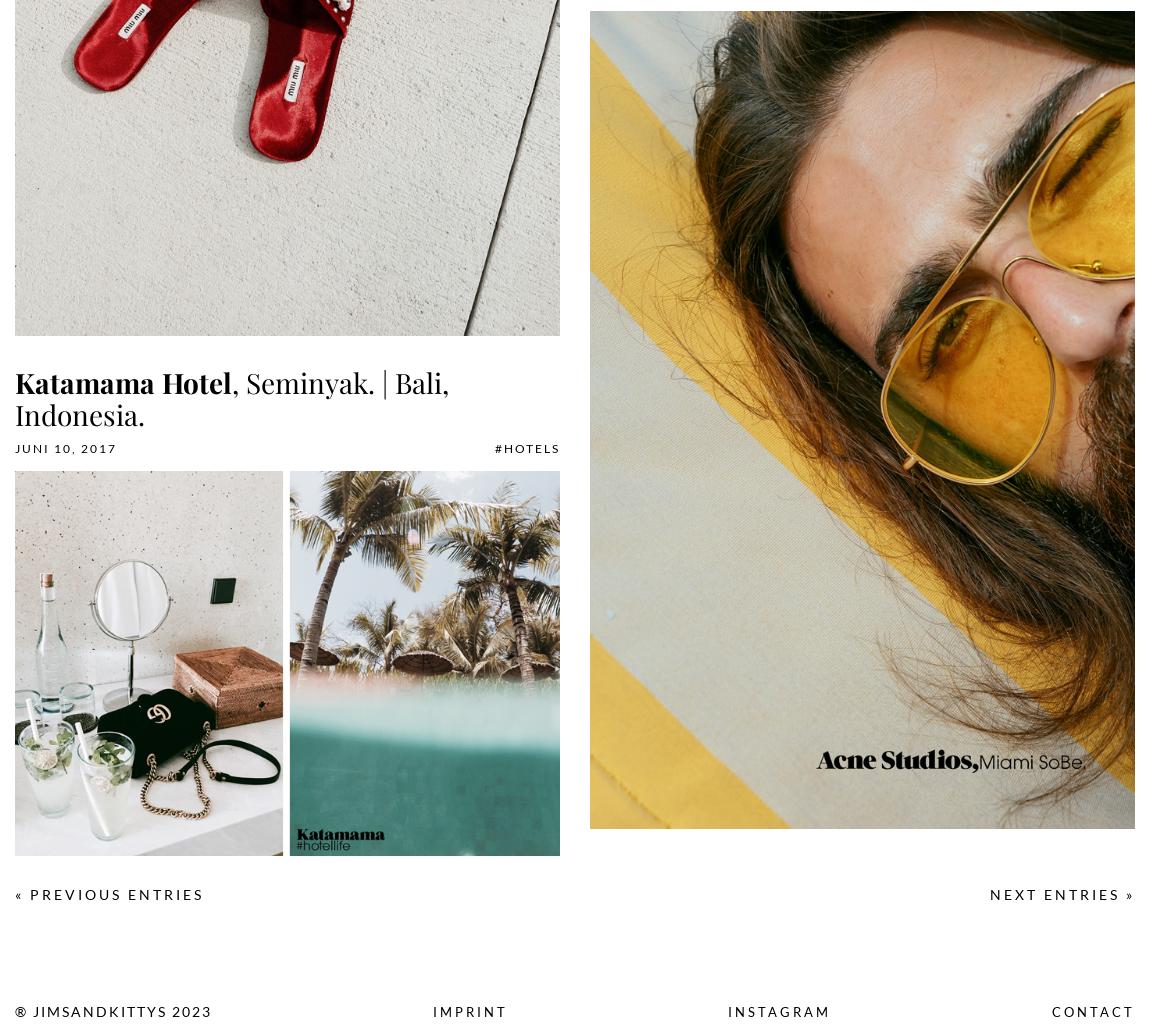 The width and height of the screenshot is (1150, 1036). What do you see at coordinates (122, 382) in the screenshot?
I see `'Katamama Hotel'` at bounding box center [122, 382].